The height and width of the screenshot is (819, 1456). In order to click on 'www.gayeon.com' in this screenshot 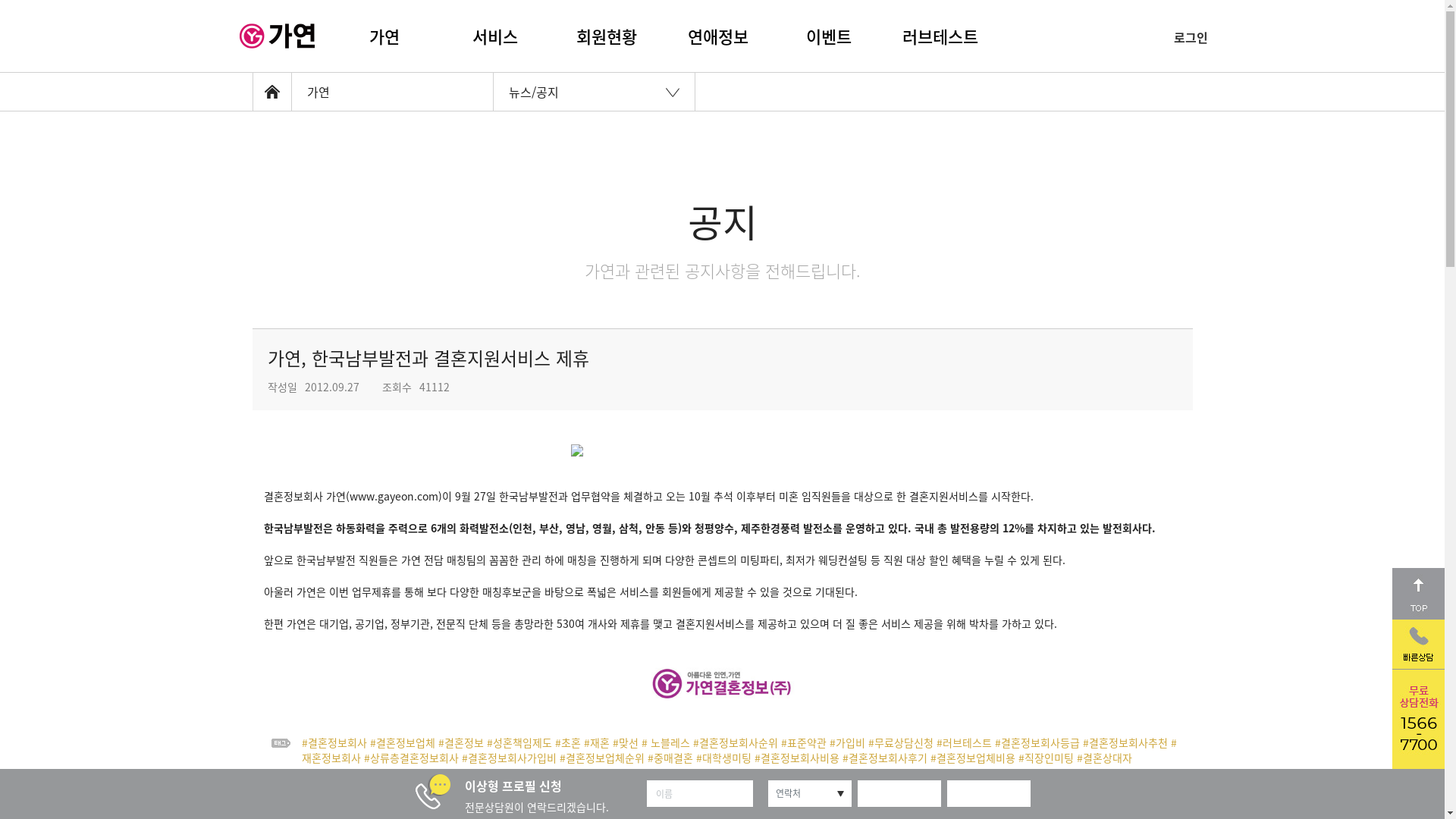, I will do `click(393, 496)`.